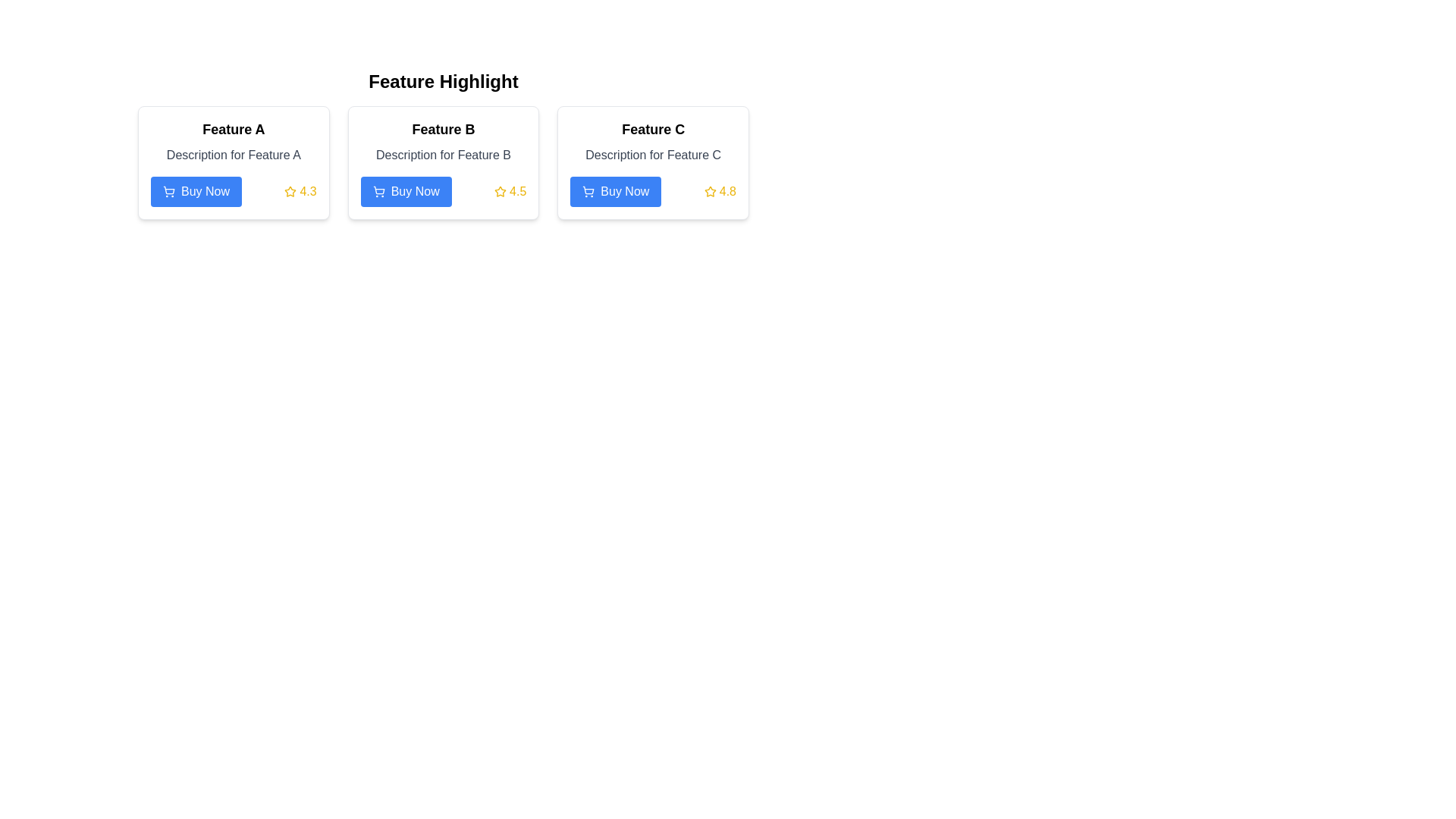 The height and width of the screenshot is (819, 1456). I want to click on the static rating icon, which is located in the Feature B section, positioned to the right of the 'Buy Now' button and to the left of the text '4.5', so click(500, 191).